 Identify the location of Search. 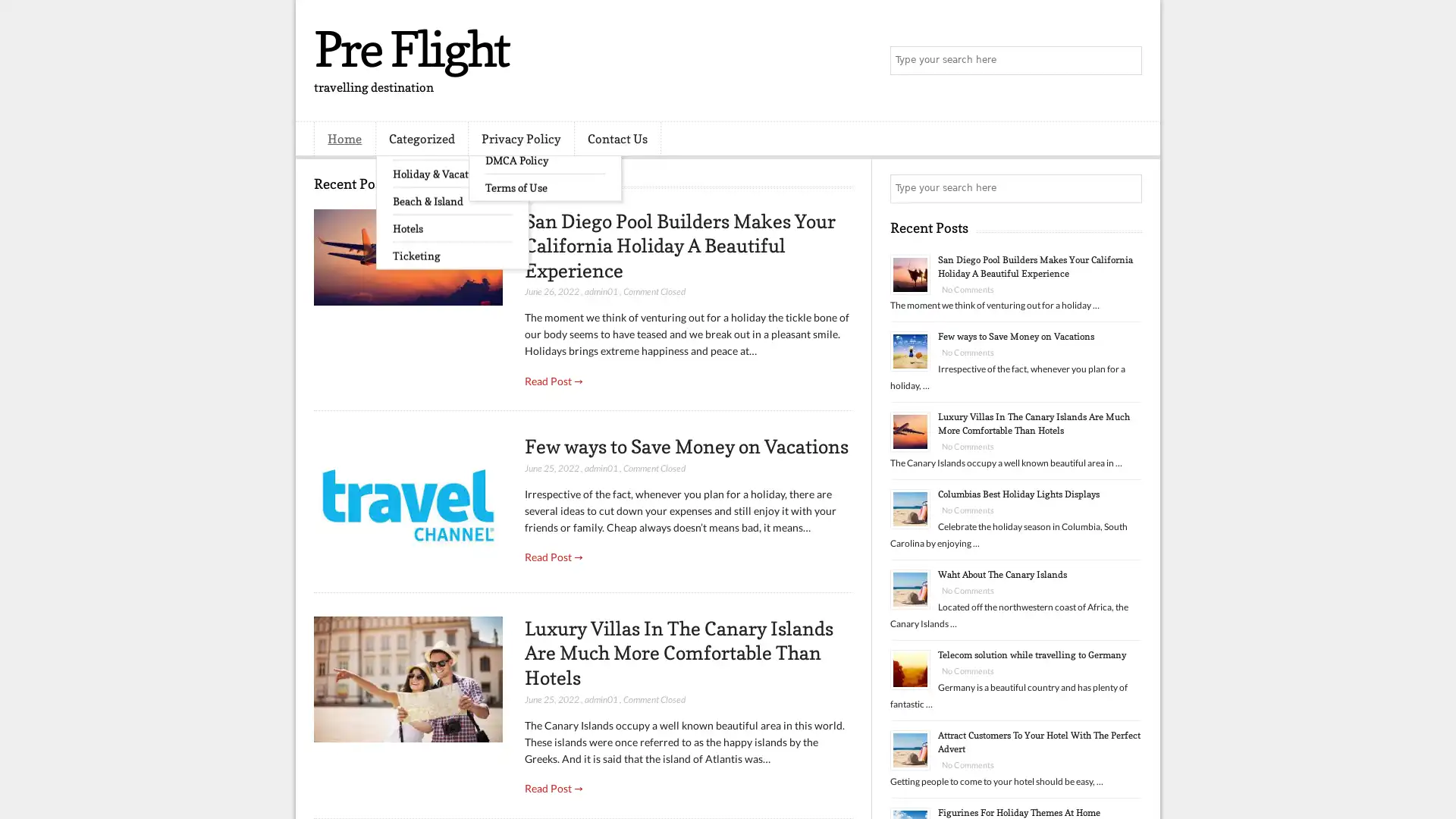
(1126, 61).